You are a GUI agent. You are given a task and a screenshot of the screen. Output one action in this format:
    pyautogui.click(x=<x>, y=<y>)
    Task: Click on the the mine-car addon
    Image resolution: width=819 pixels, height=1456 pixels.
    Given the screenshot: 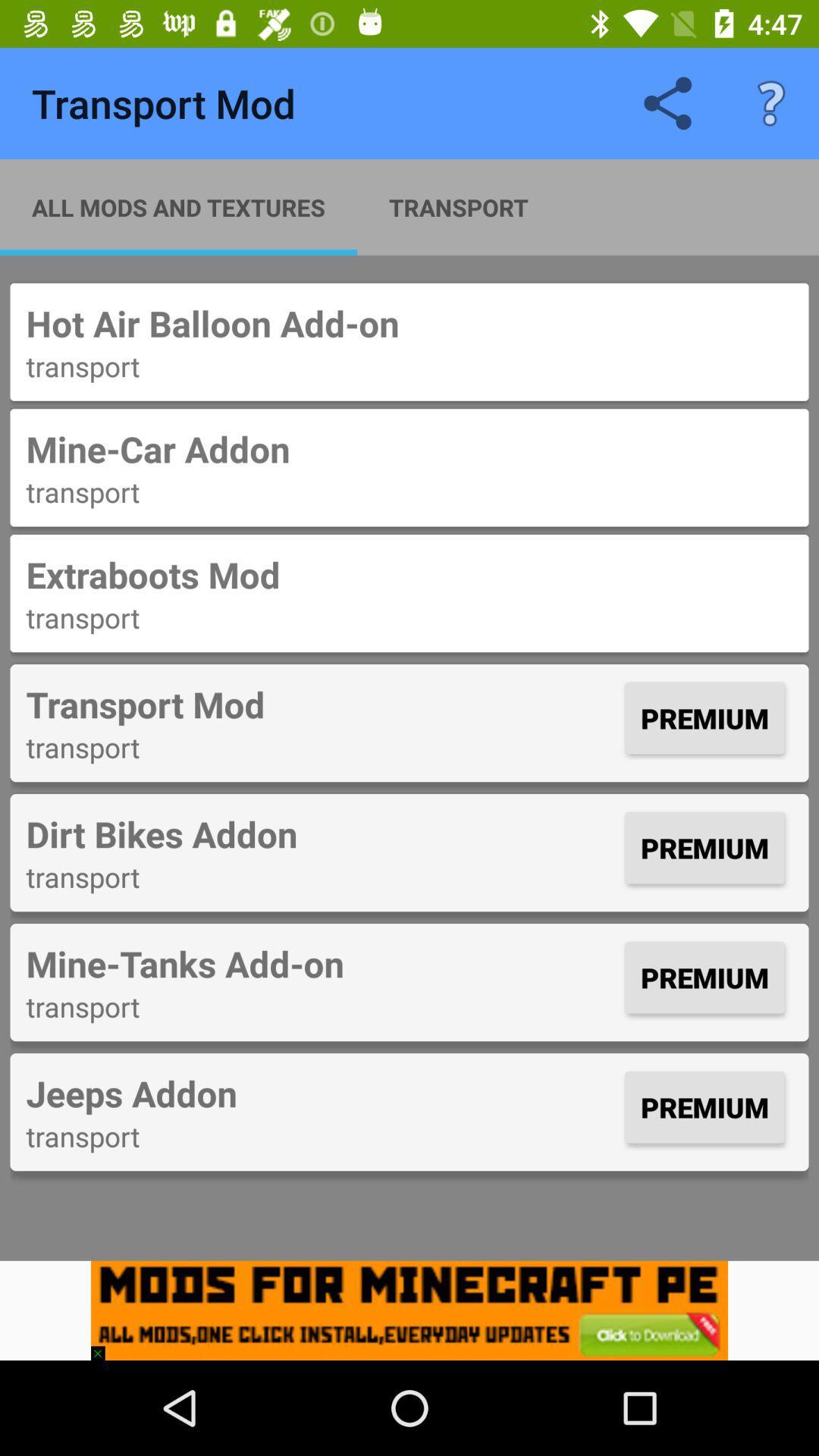 What is the action you would take?
    pyautogui.click(x=409, y=448)
    